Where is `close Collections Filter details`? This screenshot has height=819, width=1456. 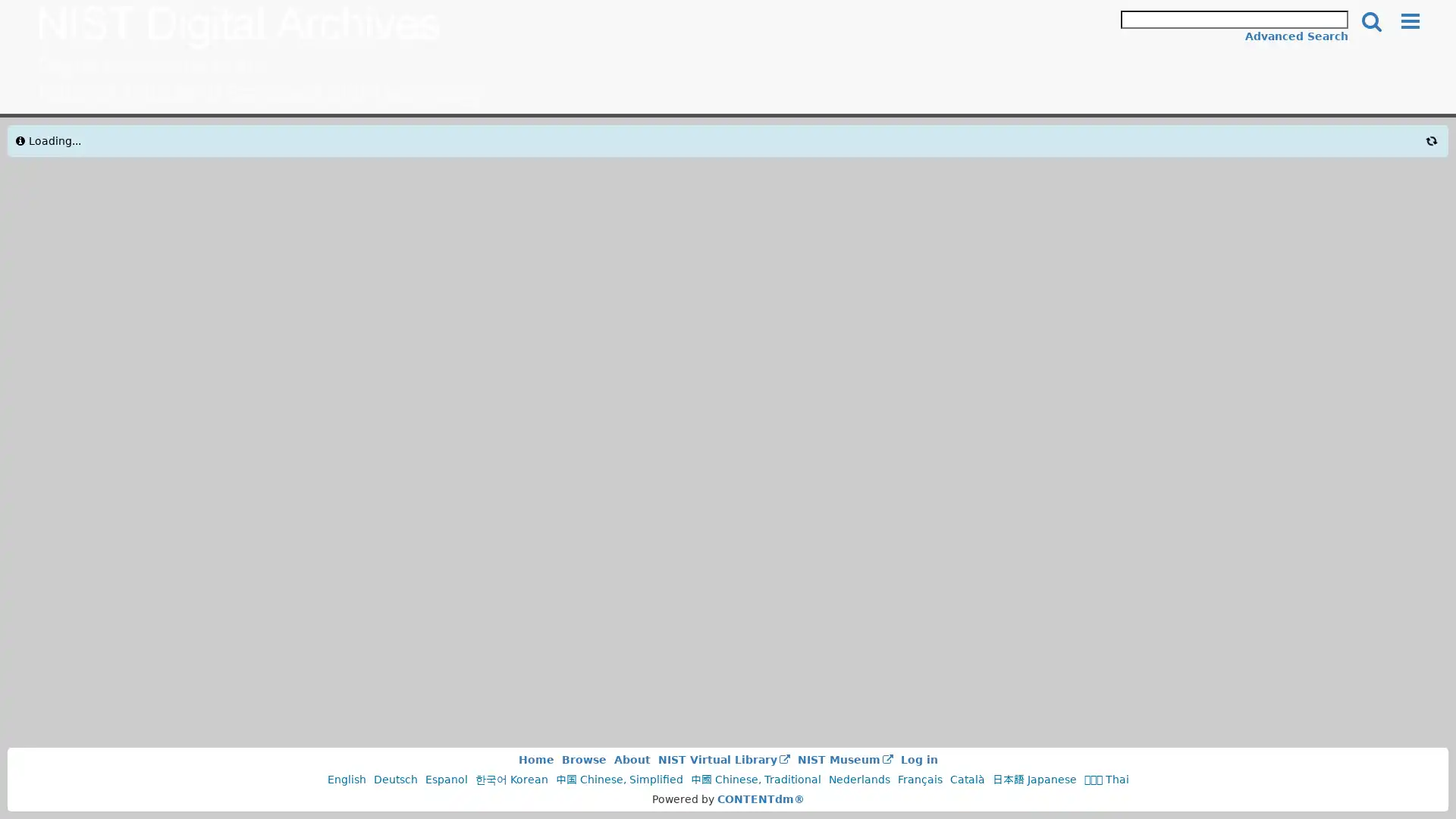 close Collections Filter details is located at coordinates (89, 146).